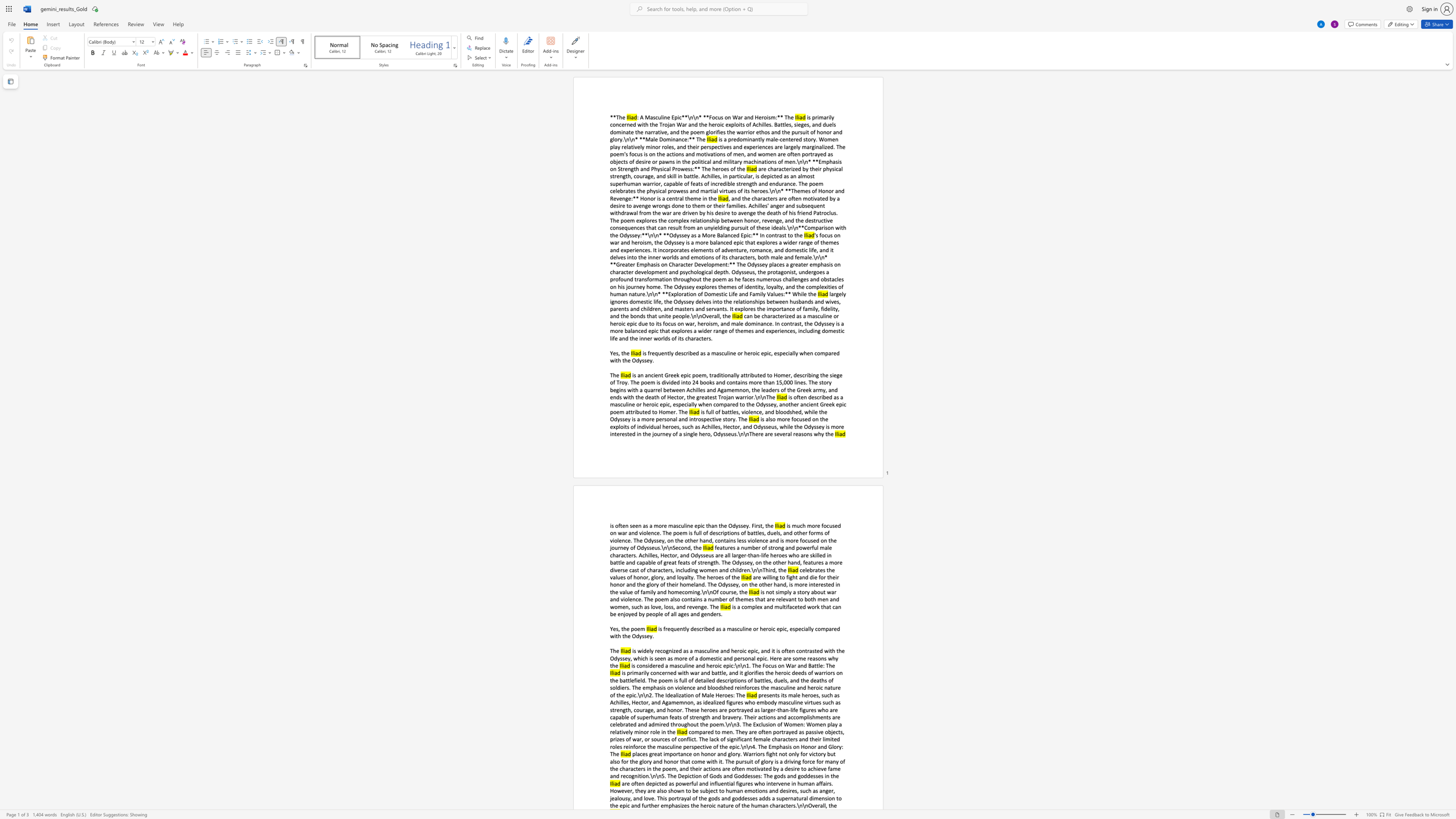 This screenshot has width=1456, height=819. I want to click on the subset text "yal" within the text "celebrates the values of honor, glory, and loyalty. The heroes of the", so click(681, 577).